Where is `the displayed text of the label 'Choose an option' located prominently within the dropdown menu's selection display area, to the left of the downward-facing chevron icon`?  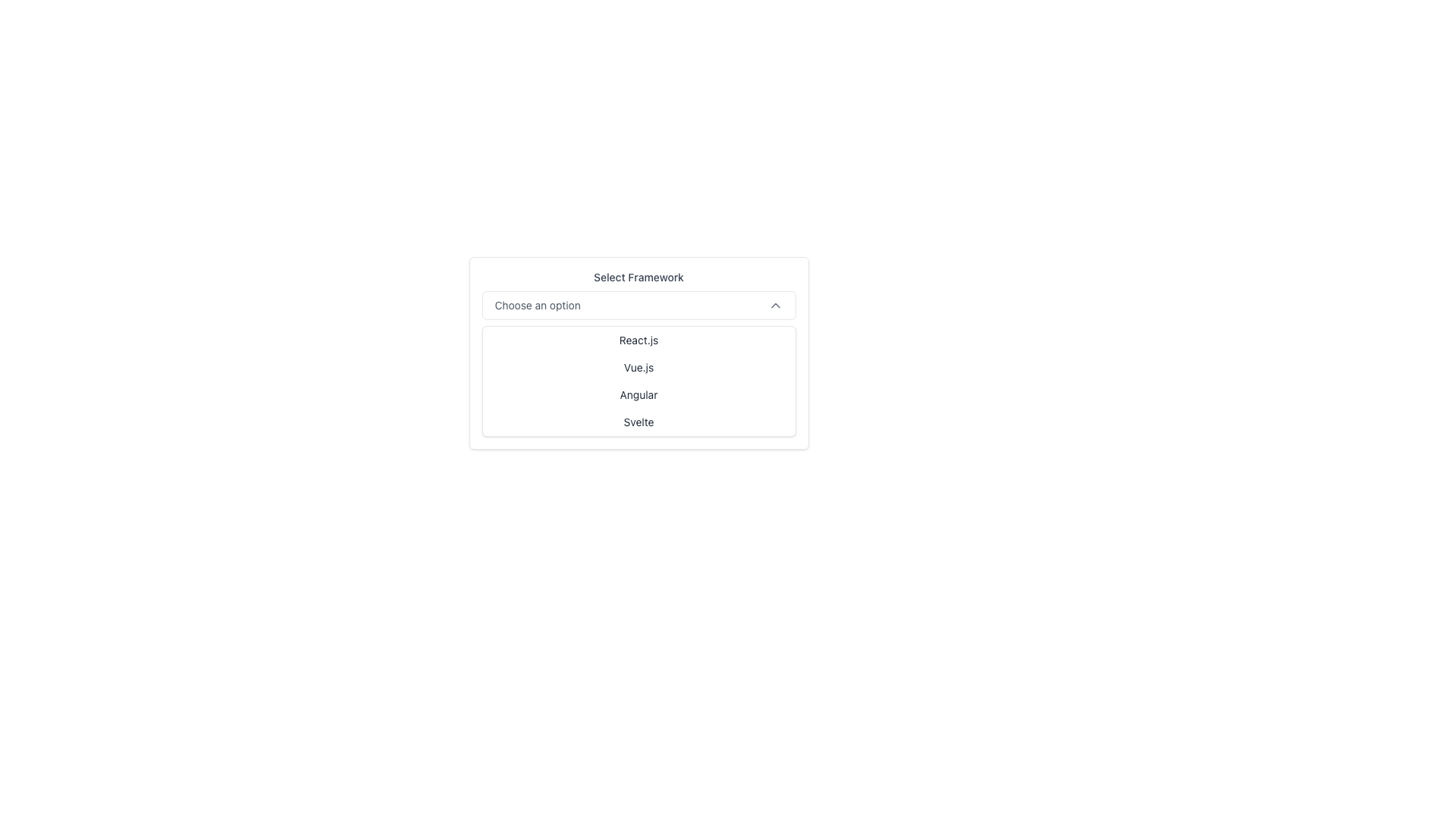 the displayed text of the label 'Choose an option' located prominently within the dropdown menu's selection display area, to the left of the downward-facing chevron icon is located at coordinates (538, 305).